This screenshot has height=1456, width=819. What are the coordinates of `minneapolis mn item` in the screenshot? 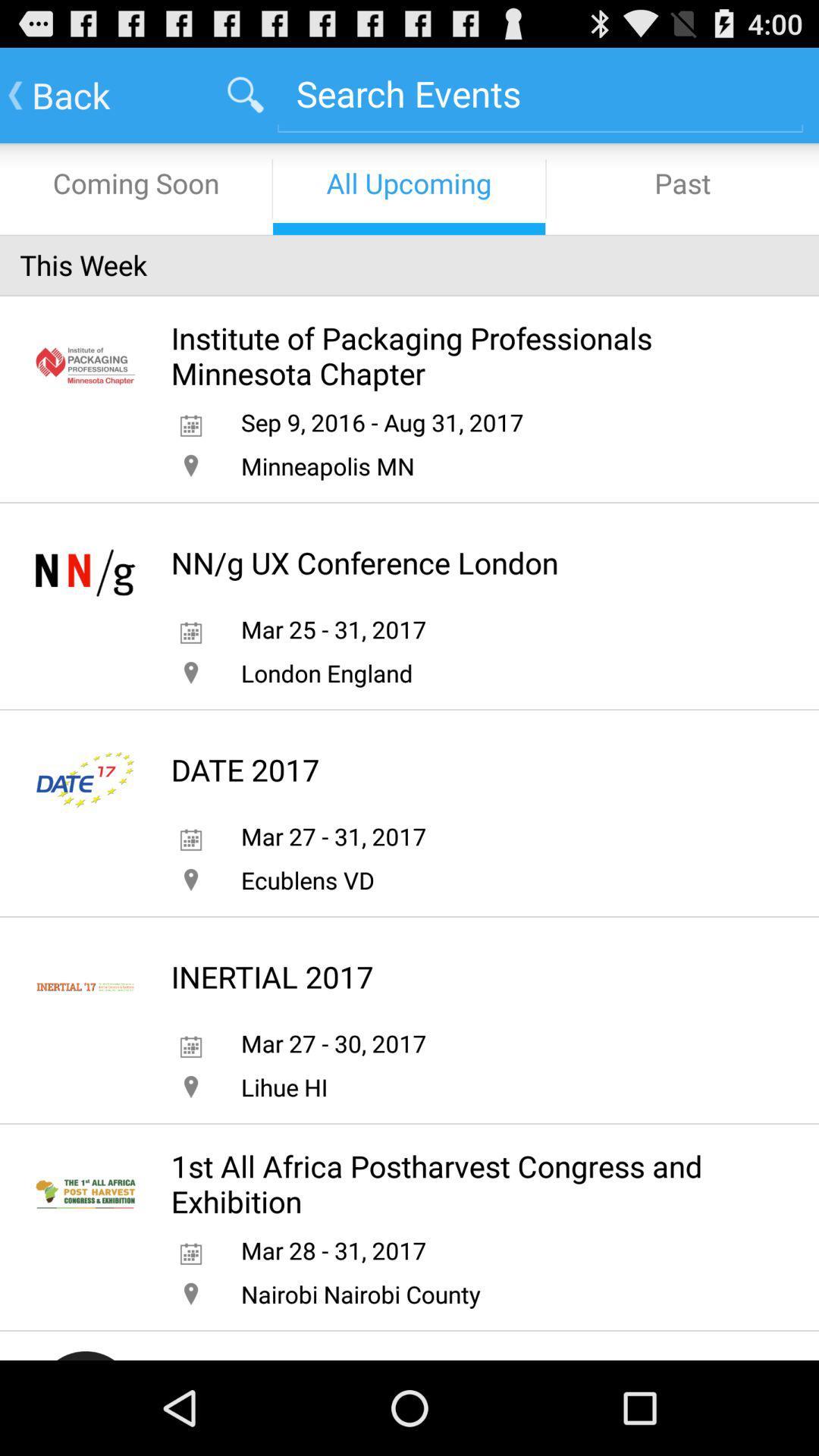 It's located at (327, 465).